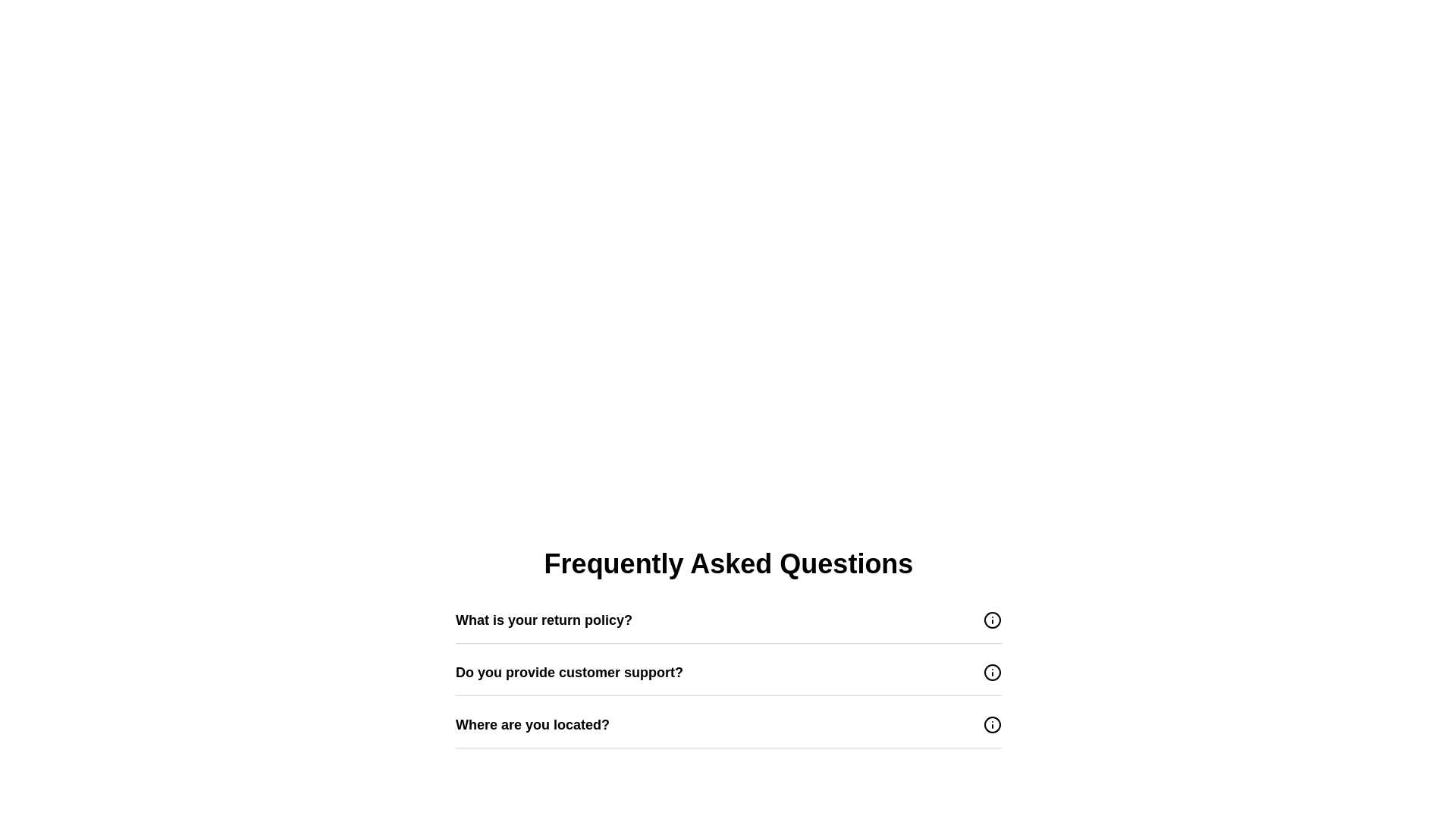 This screenshot has width=1456, height=819. I want to click on the left-aligned text label displaying a frequently asked question regarding return policies in the FAQ section, so click(544, 620).